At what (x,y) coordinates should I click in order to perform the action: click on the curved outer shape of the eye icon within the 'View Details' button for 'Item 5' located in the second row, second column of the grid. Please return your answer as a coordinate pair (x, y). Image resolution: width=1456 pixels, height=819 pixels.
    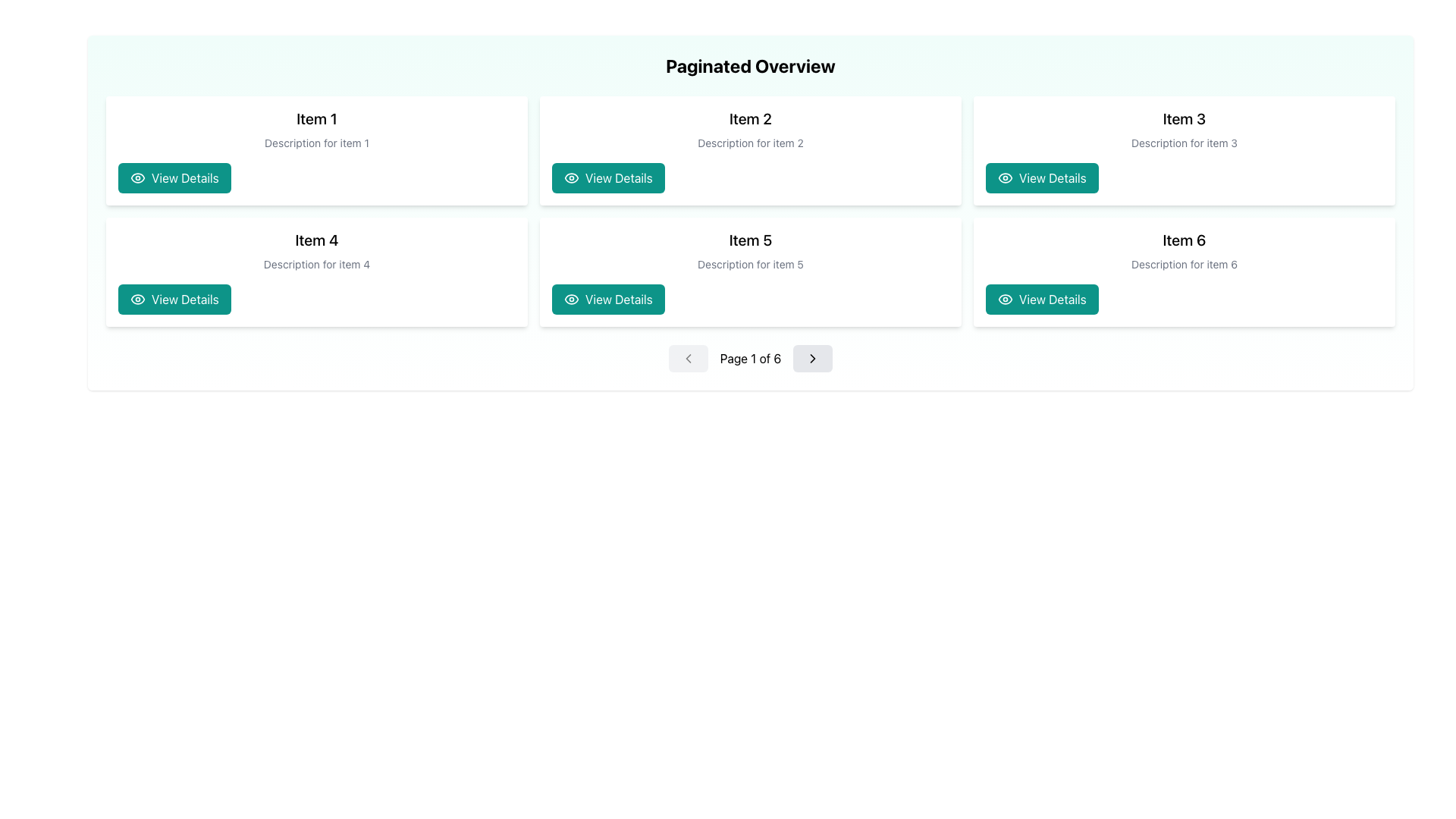
    Looking at the image, I should click on (570, 299).